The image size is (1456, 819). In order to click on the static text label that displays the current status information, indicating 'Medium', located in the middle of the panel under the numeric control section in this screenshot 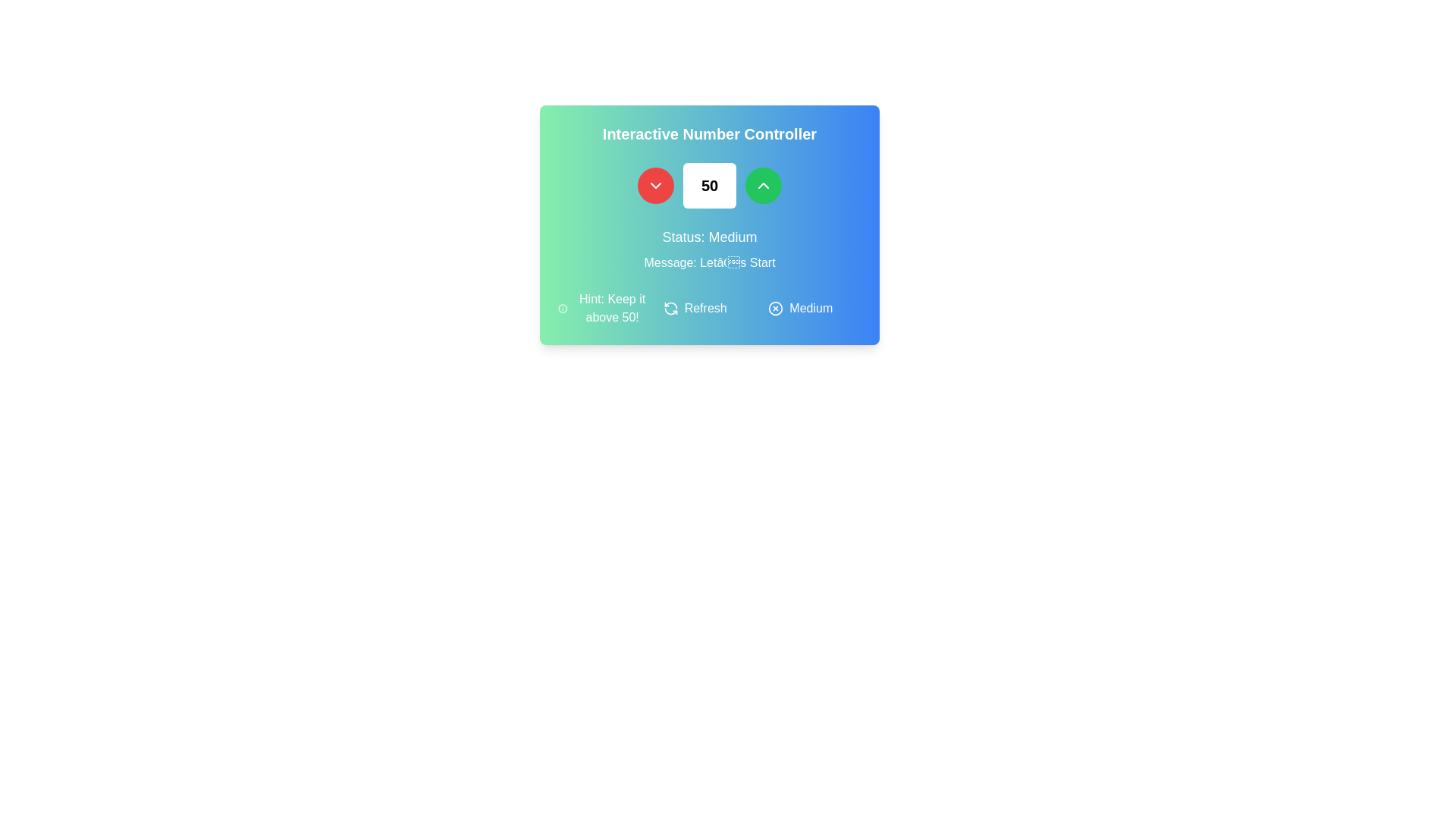, I will do `click(709, 237)`.